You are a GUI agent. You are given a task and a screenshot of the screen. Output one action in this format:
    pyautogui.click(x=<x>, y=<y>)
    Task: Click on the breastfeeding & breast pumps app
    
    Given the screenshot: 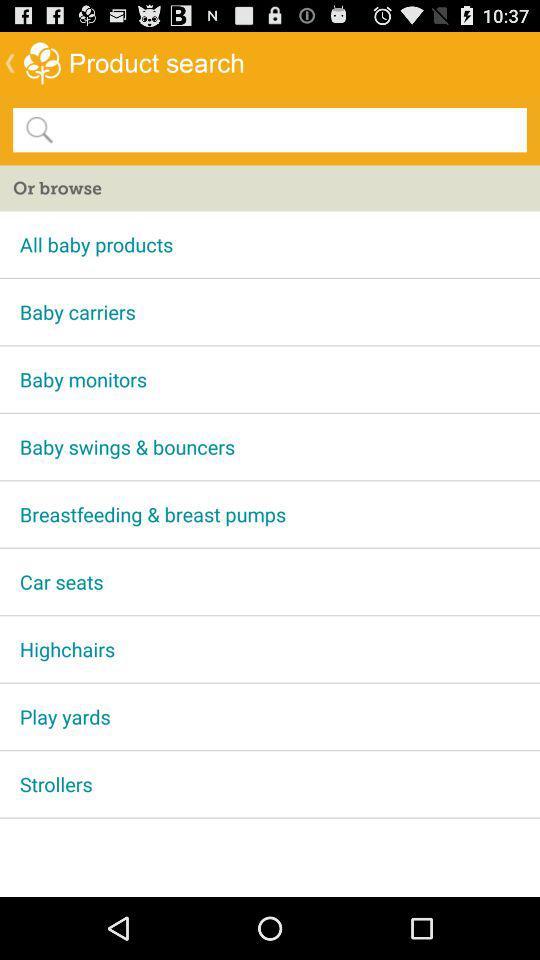 What is the action you would take?
    pyautogui.click(x=270, y=513)
    